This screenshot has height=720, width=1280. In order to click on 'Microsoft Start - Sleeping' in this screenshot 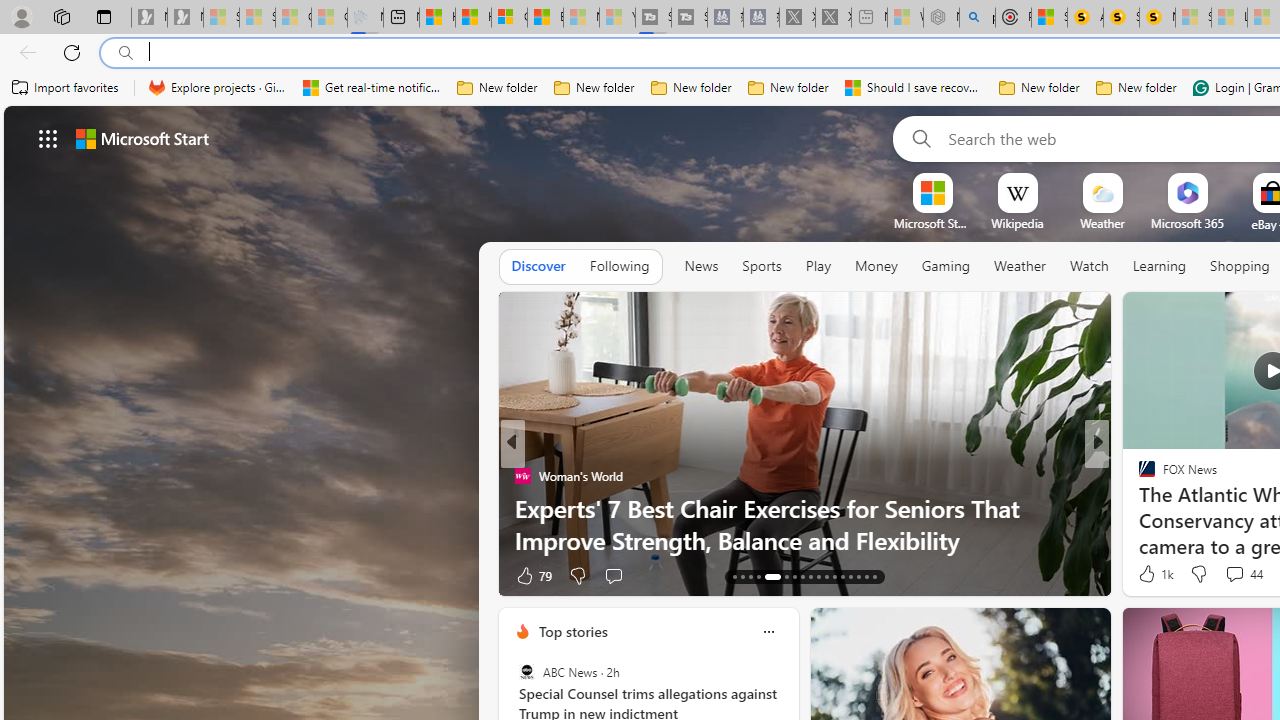, I will do `click(580, 17)`.